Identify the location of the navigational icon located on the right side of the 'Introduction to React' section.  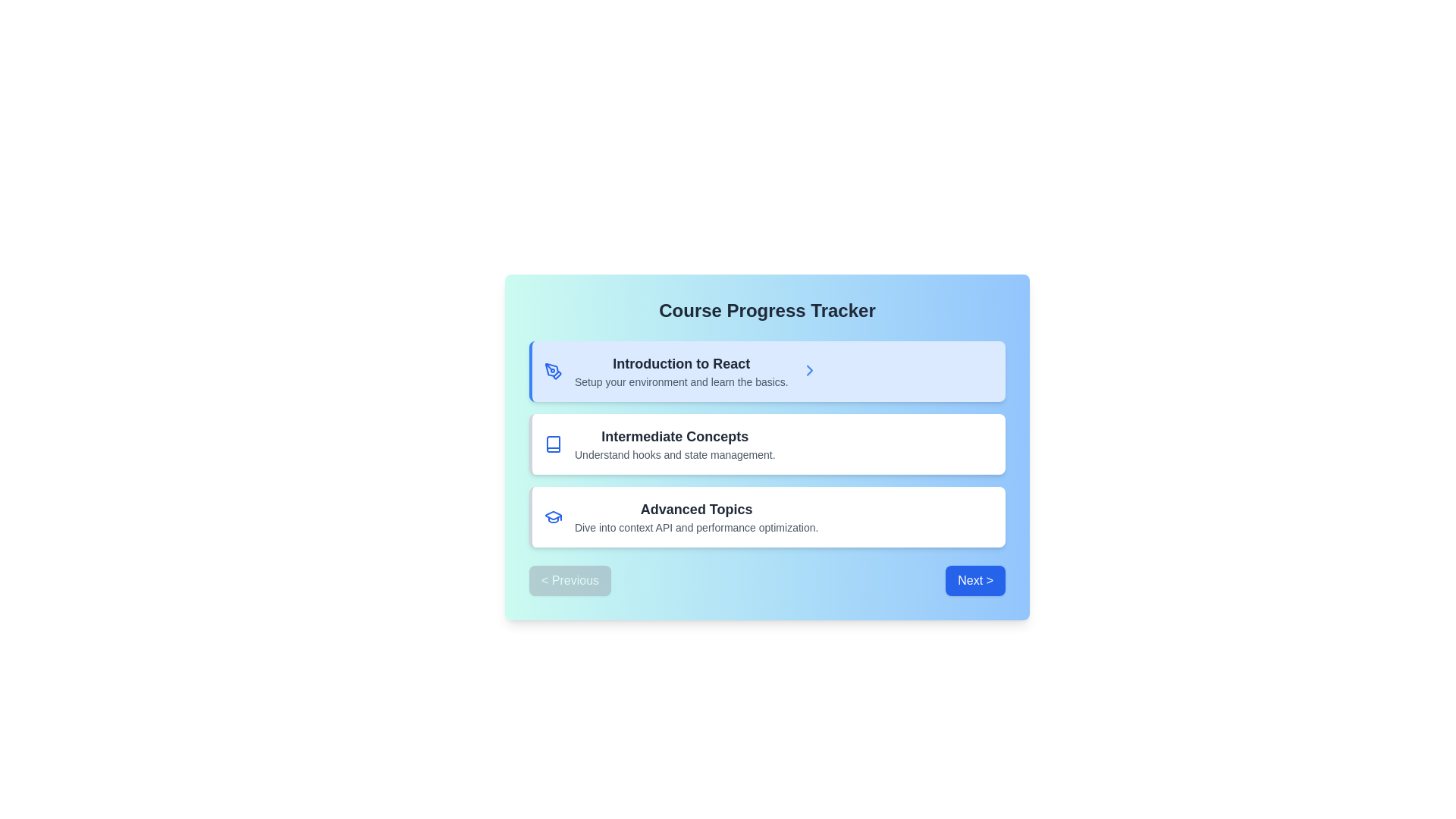
(808, 370).